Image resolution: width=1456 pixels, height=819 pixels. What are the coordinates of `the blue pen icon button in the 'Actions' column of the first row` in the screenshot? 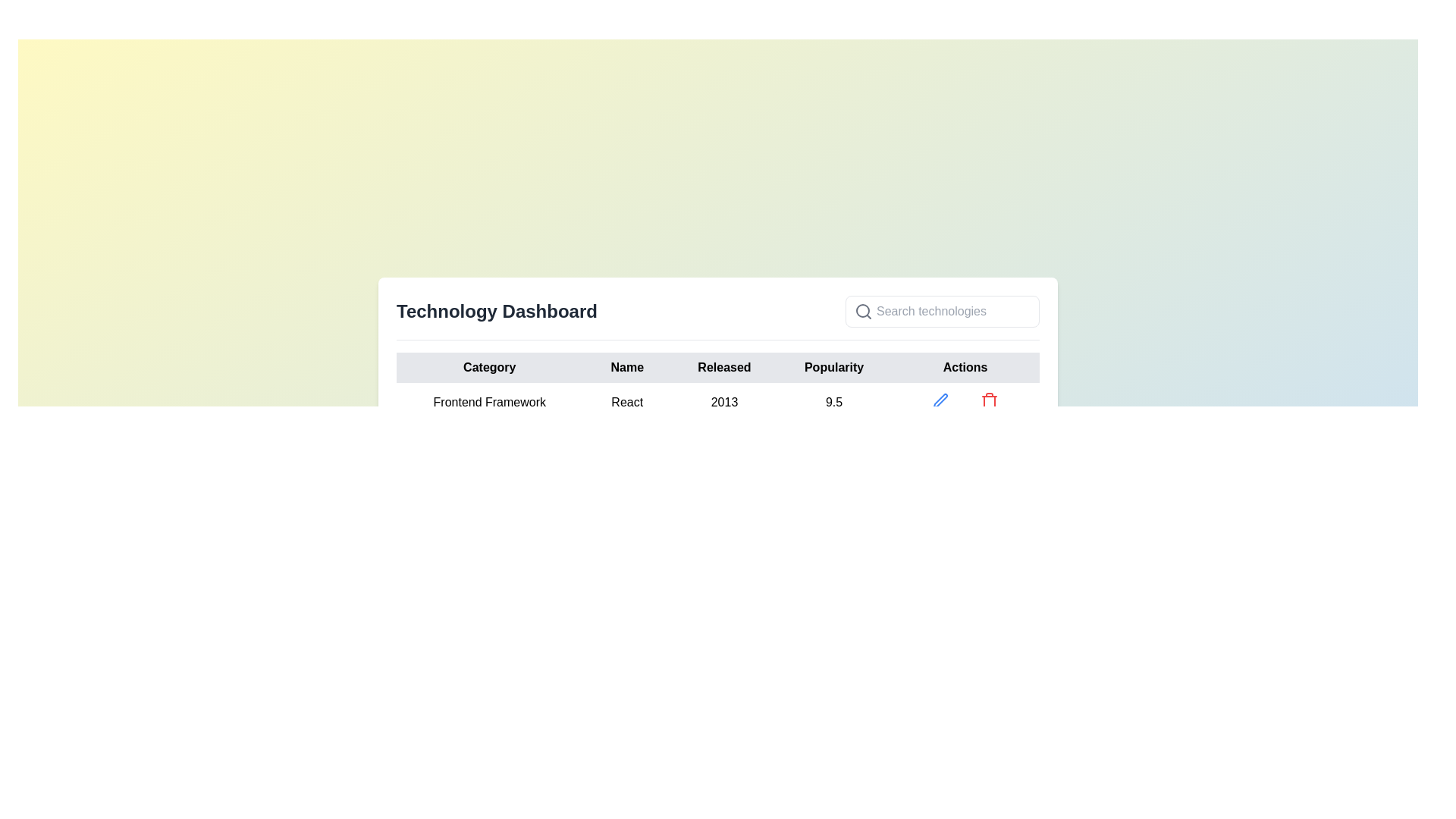 It's located at (940, 400).